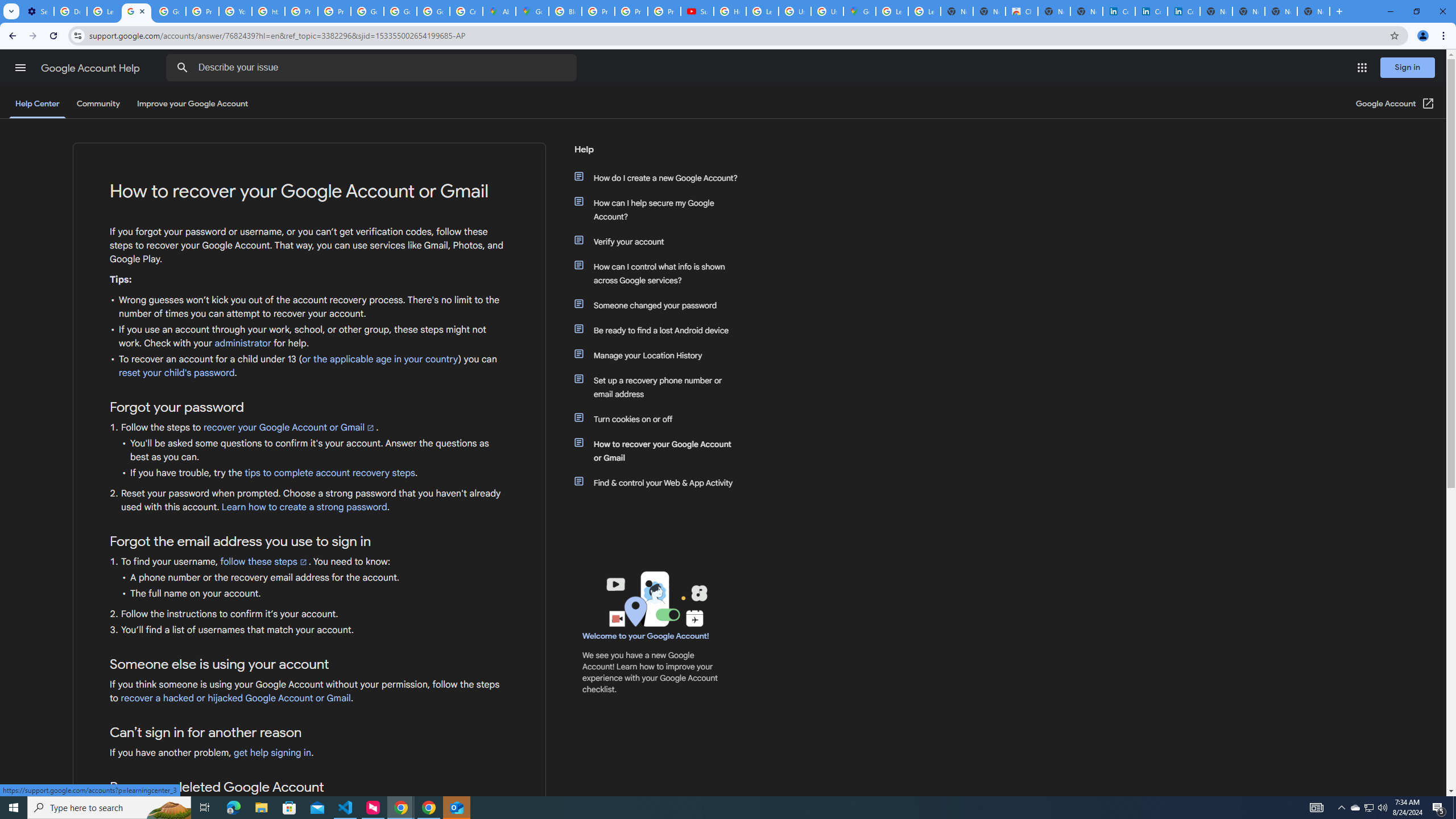 The height and width of the screenshot is (819, 1456). I want to click on 'Chrome Web Store', so click(1020, 11).